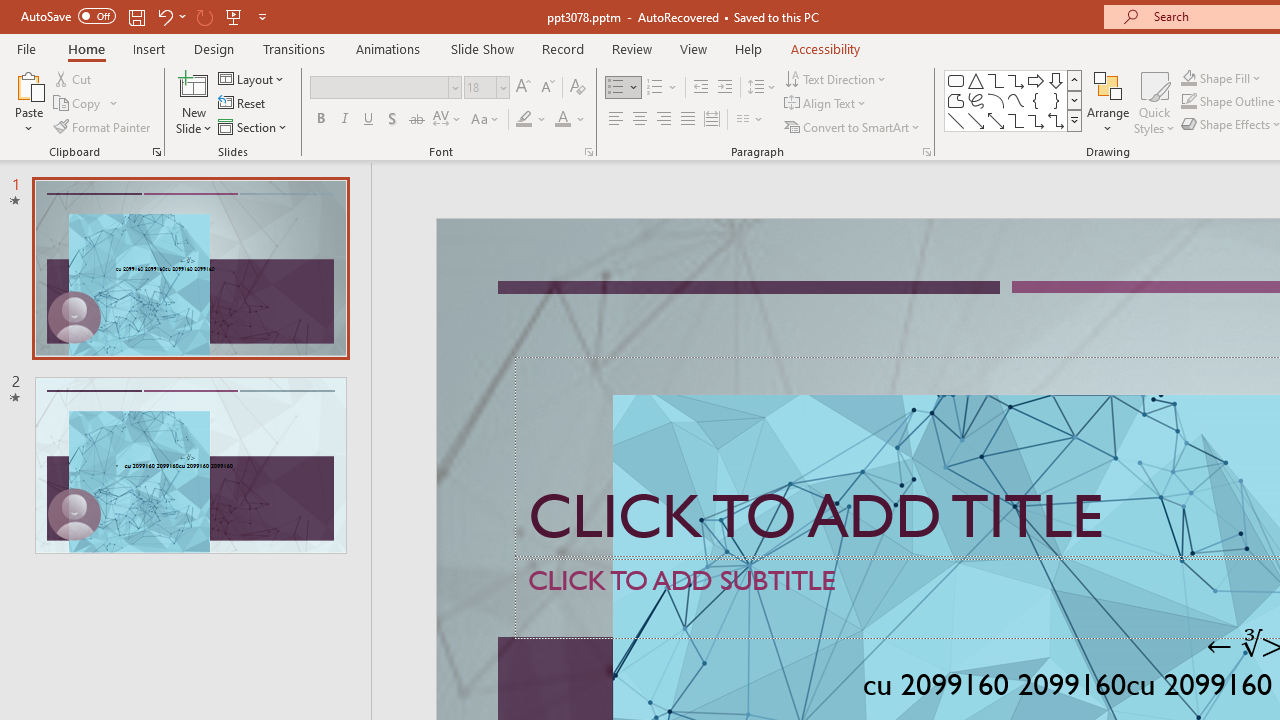 The image size is (1280, 720). What do you see at coordinates (688, 119) in the screenshot?
I see `'Justify'` at bounding box center [688, 119].